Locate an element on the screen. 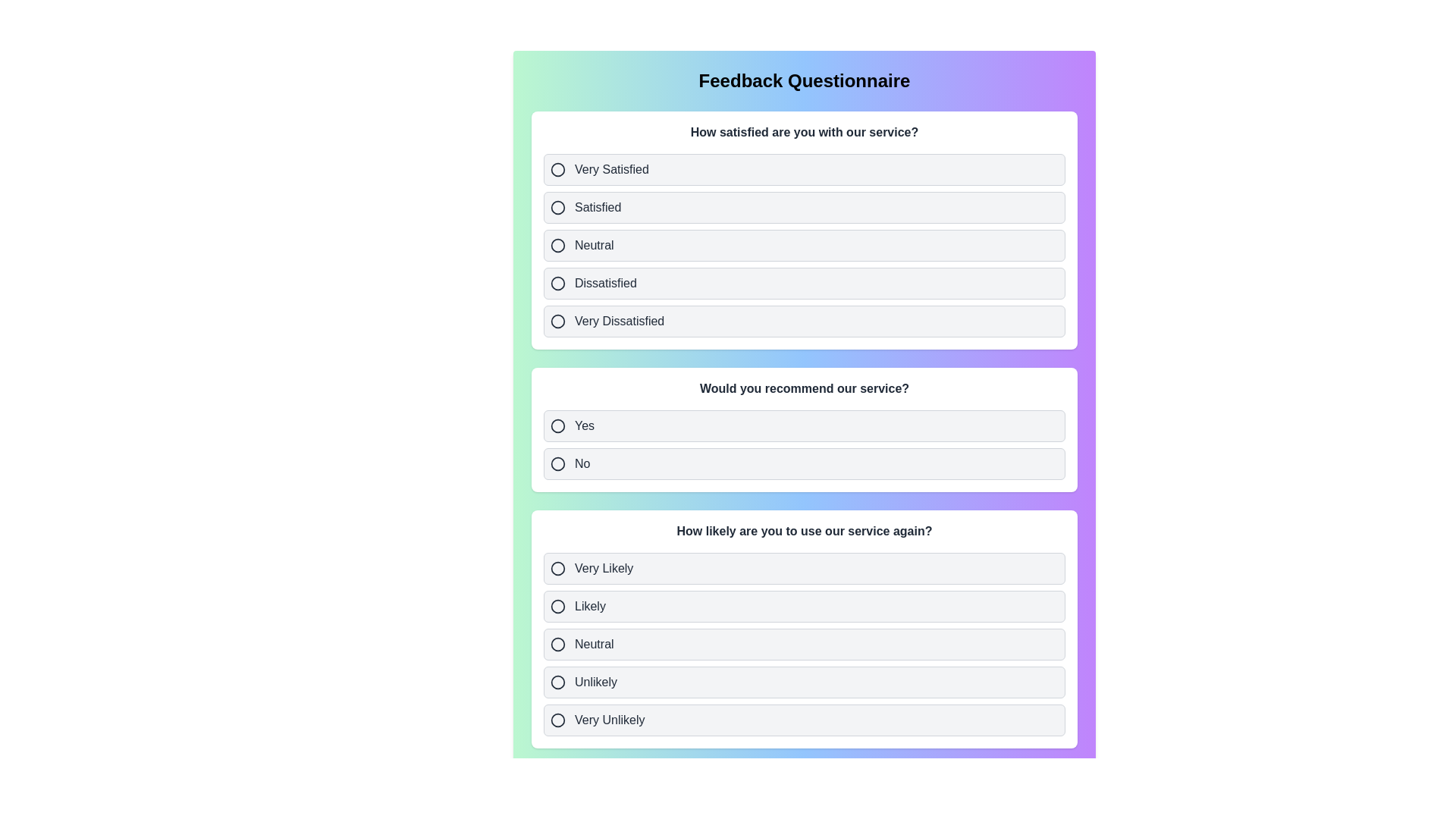 This screenshot has height=819, width=1456. the option Satisfied for the first question is located at coordinates (803, 207).